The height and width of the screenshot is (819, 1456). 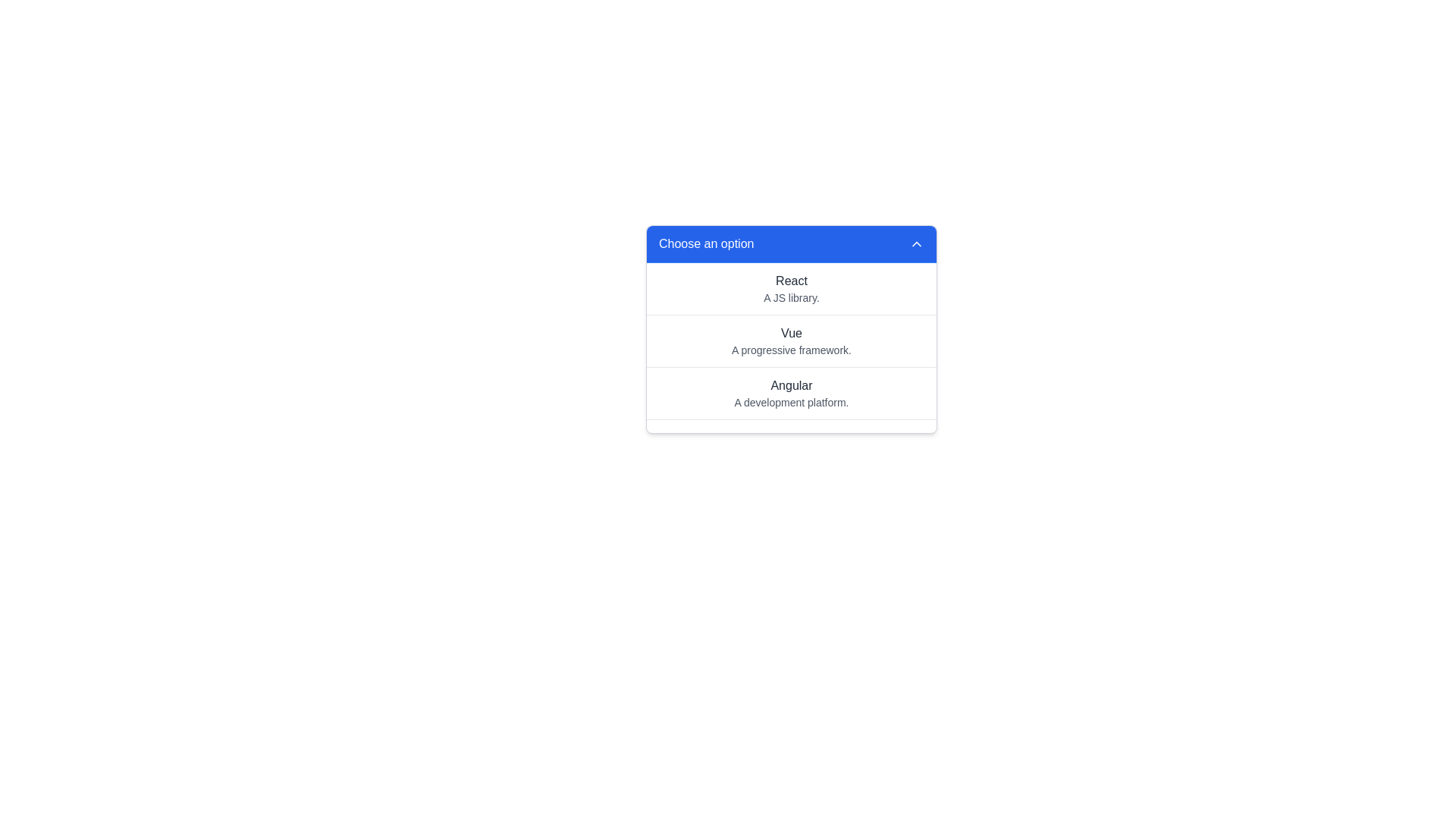 What do you see at coordinates (790, 350) in the screenshot?
I see `the text label reading 'A progressive framework.' which is styled in gray and positioned below the text 'Vue' in the dropdown menu` at bounding box center [790, 350].